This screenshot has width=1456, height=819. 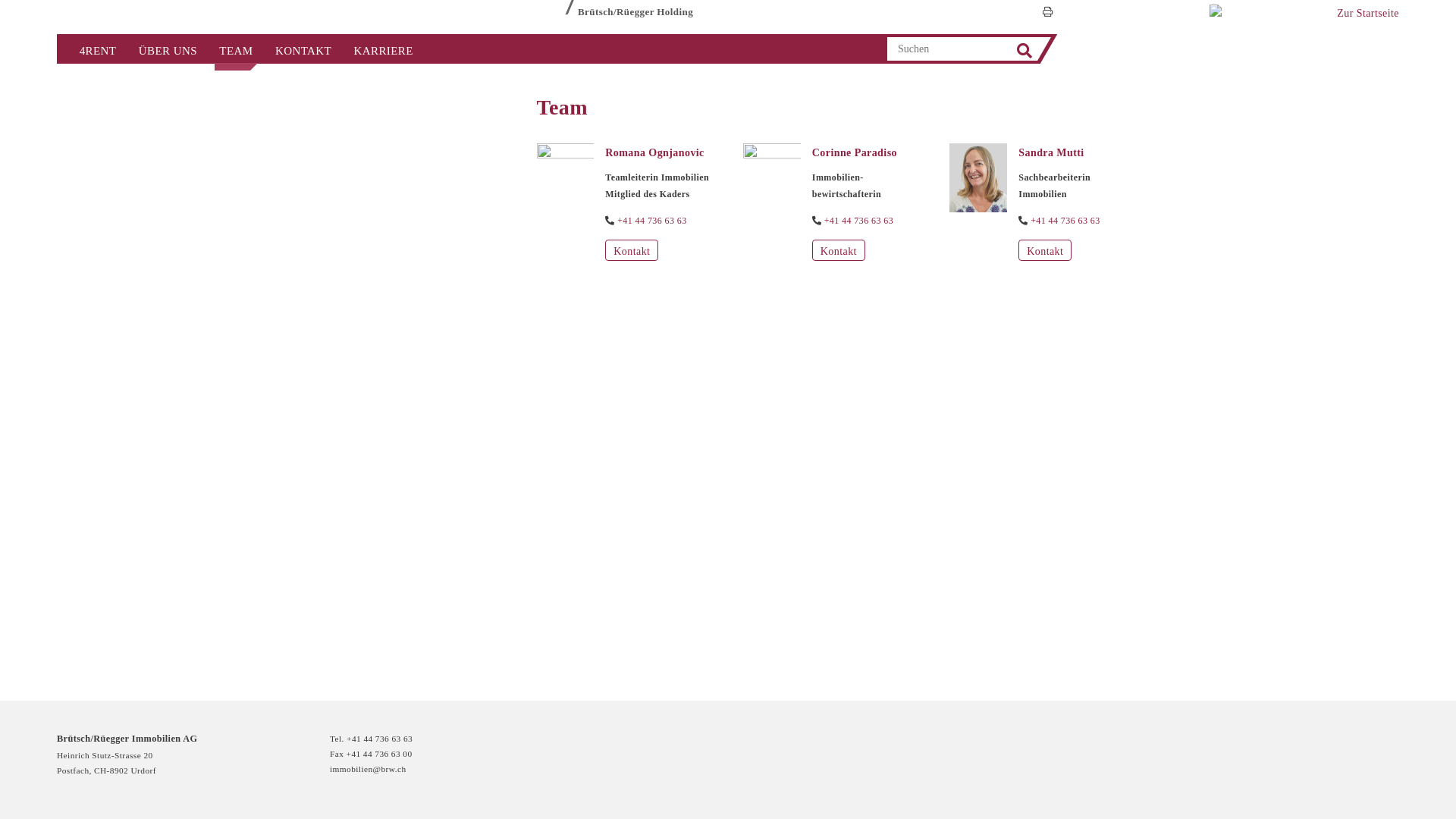 What do you see at coordinates (632, 249) in the screenshot?
I see `'Kontakt'` at bounding box center [632, 249].